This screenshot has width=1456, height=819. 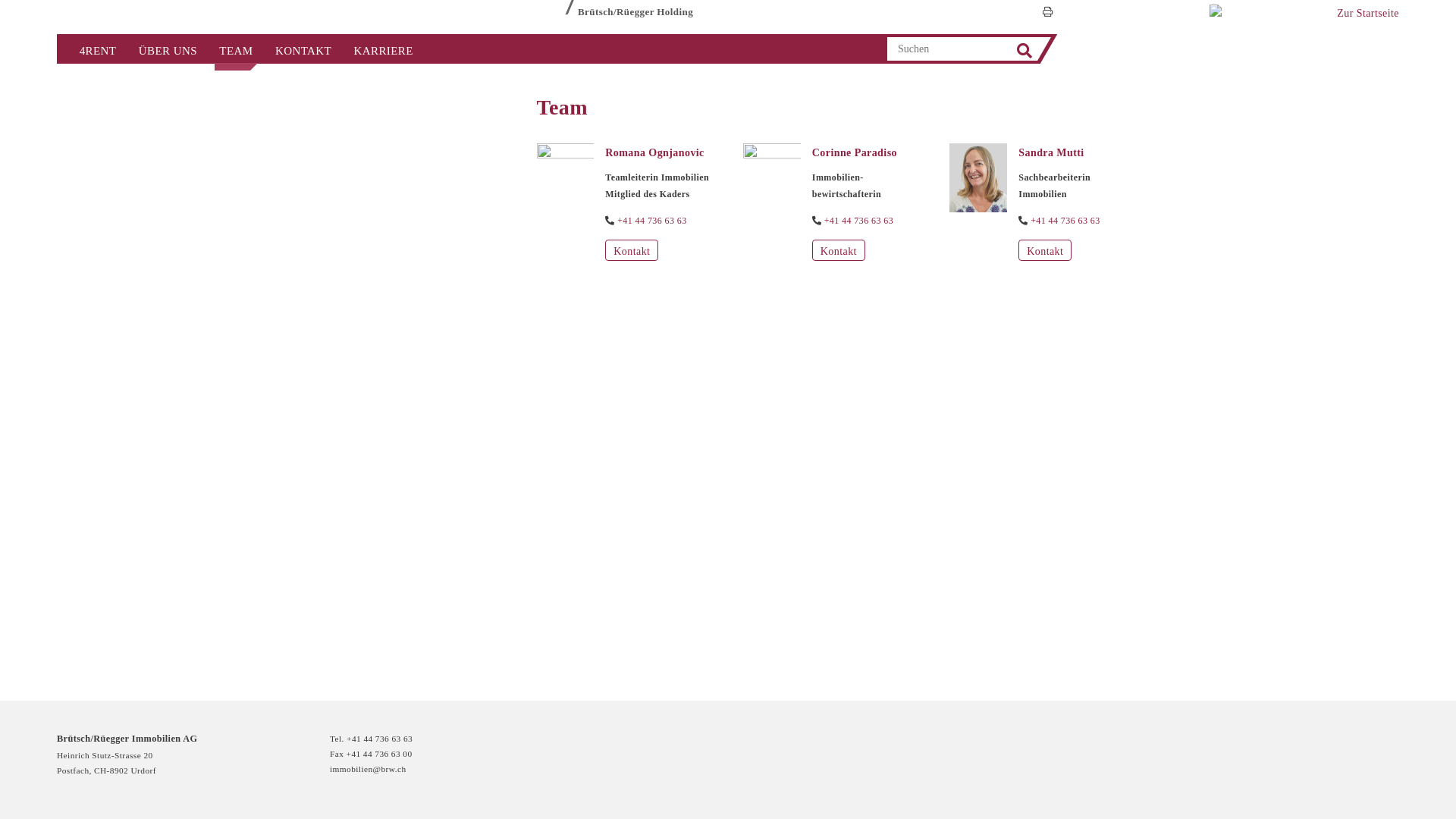 What do you see at coordinates (632, 249) in the screenshot?
I see `'Kontakt'` at bounding box center [632, 249].